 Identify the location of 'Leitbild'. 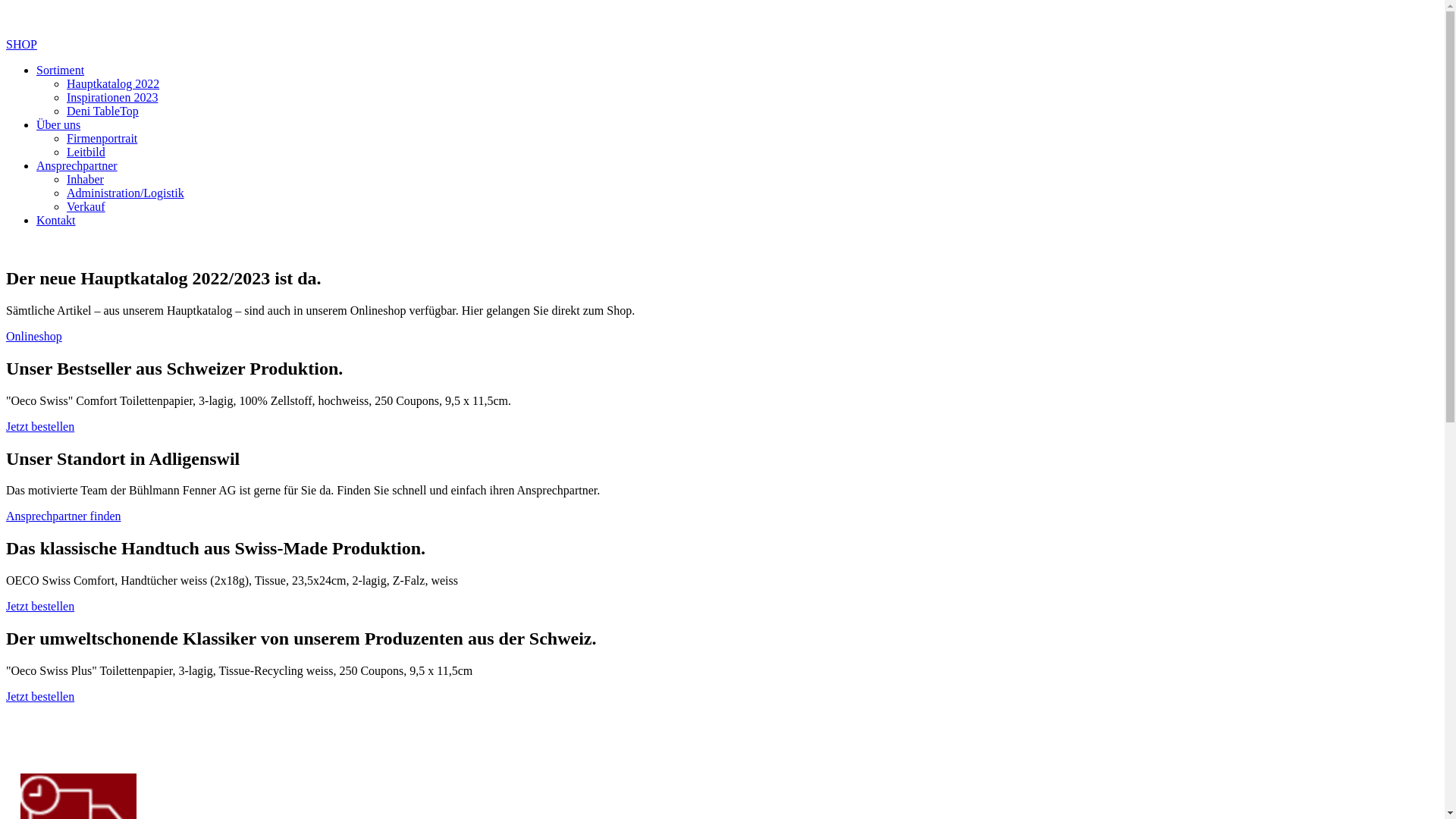
(85, 152).